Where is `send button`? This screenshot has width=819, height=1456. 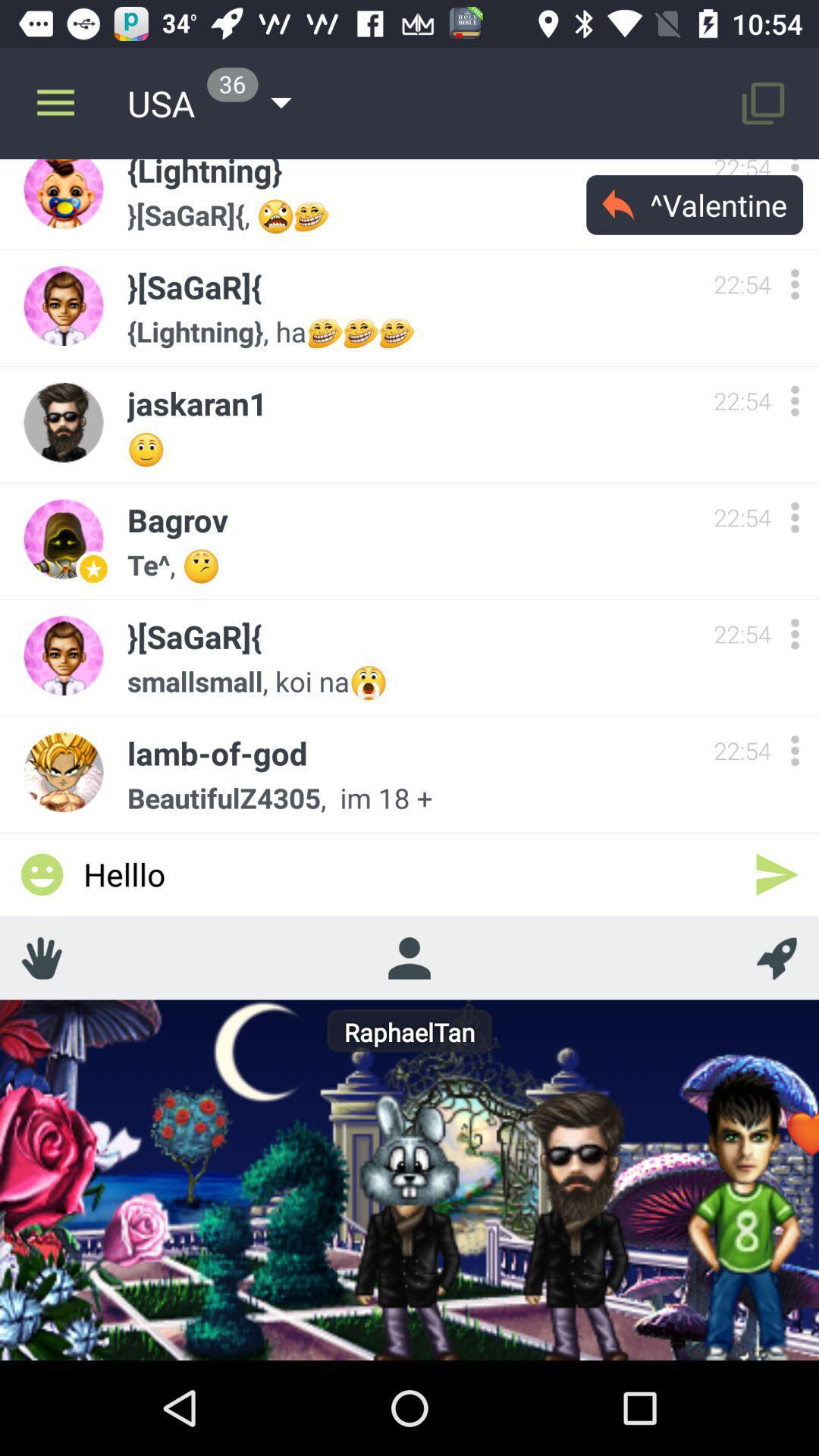
send button is located at coordinates (777, 874).